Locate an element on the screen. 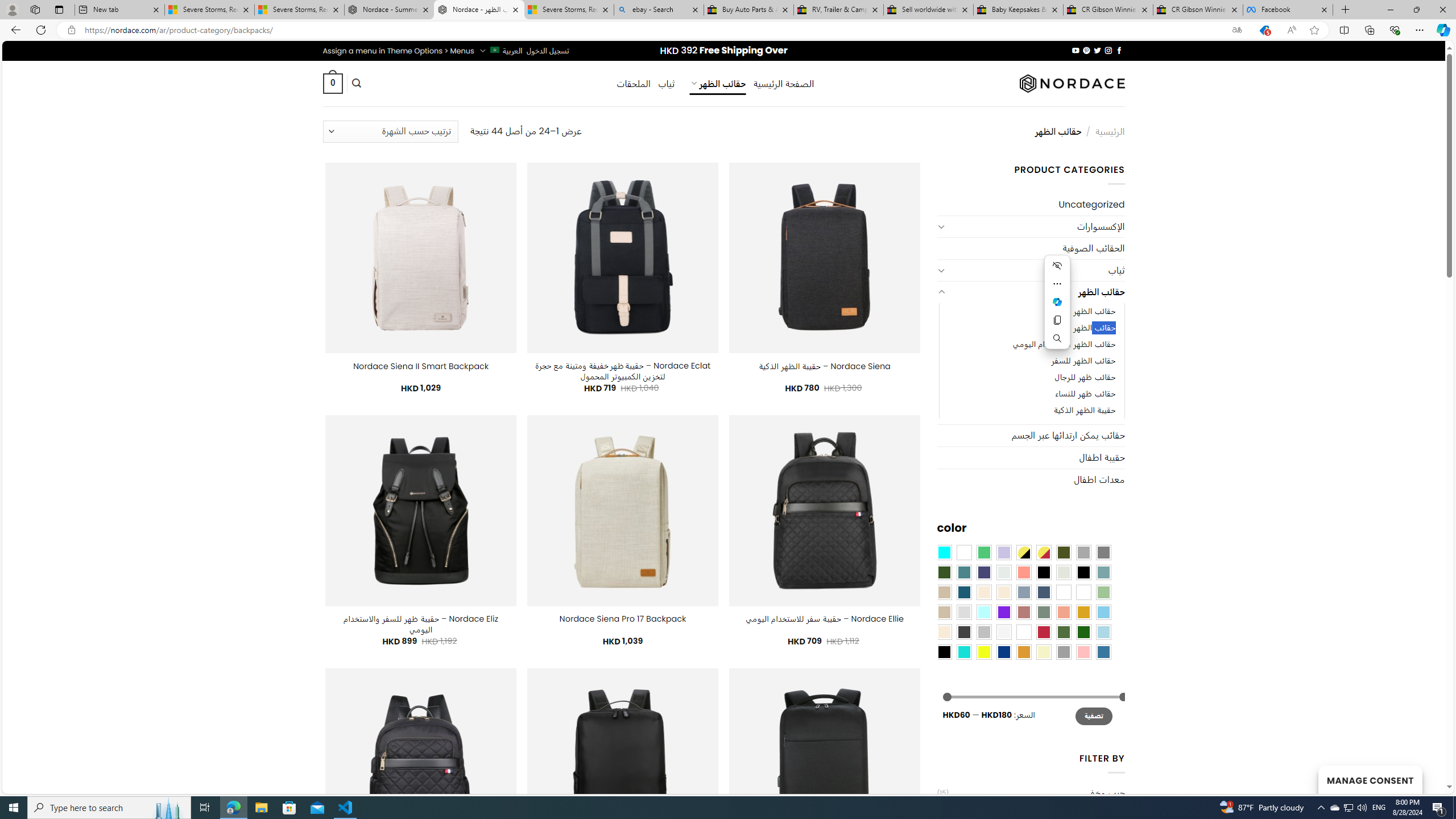 This screenshot has width=1456, height=819. 'Light Purple' is located at coordinates (1004, 551).